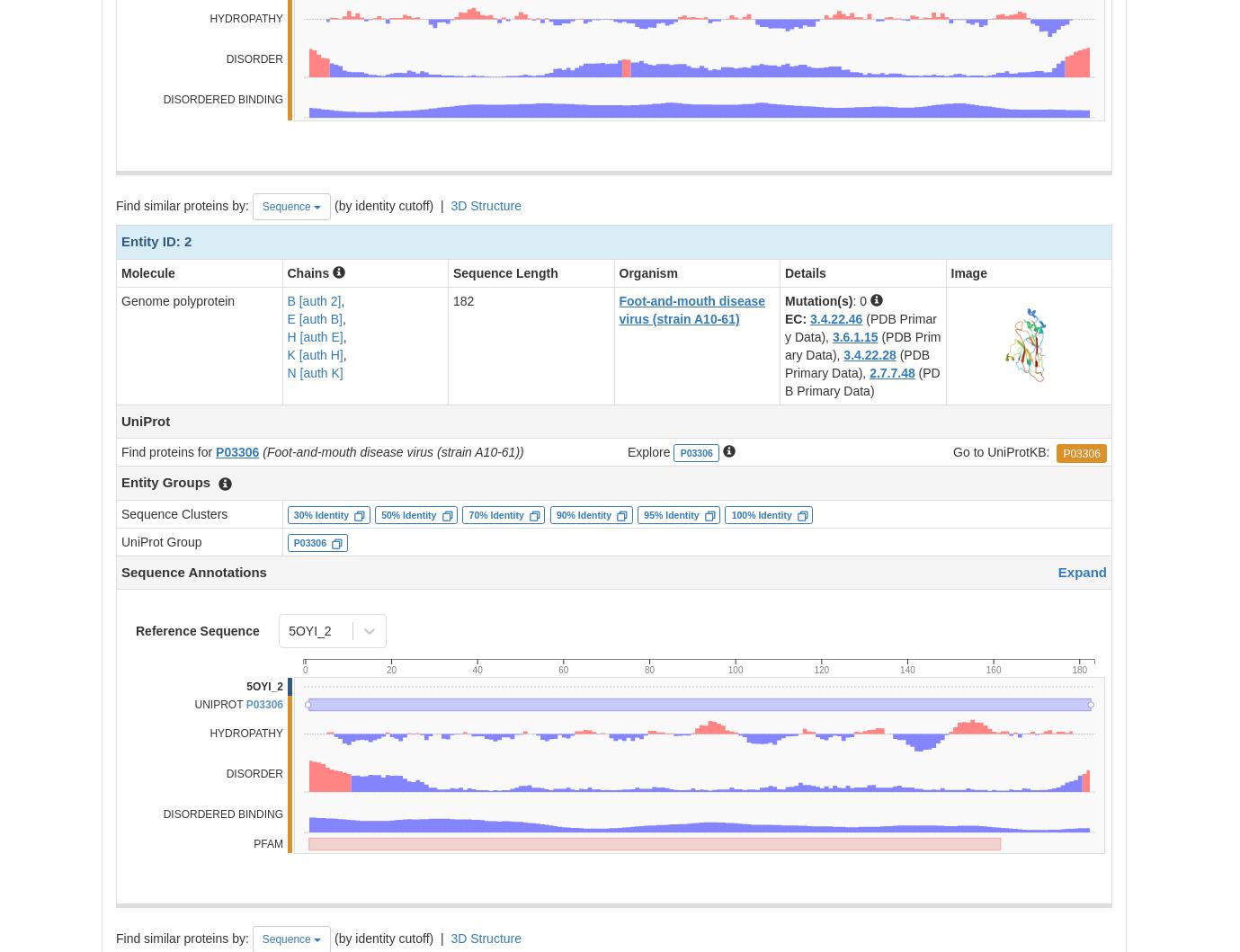  I want to click on '2.7.7.48', so click(891, 370).